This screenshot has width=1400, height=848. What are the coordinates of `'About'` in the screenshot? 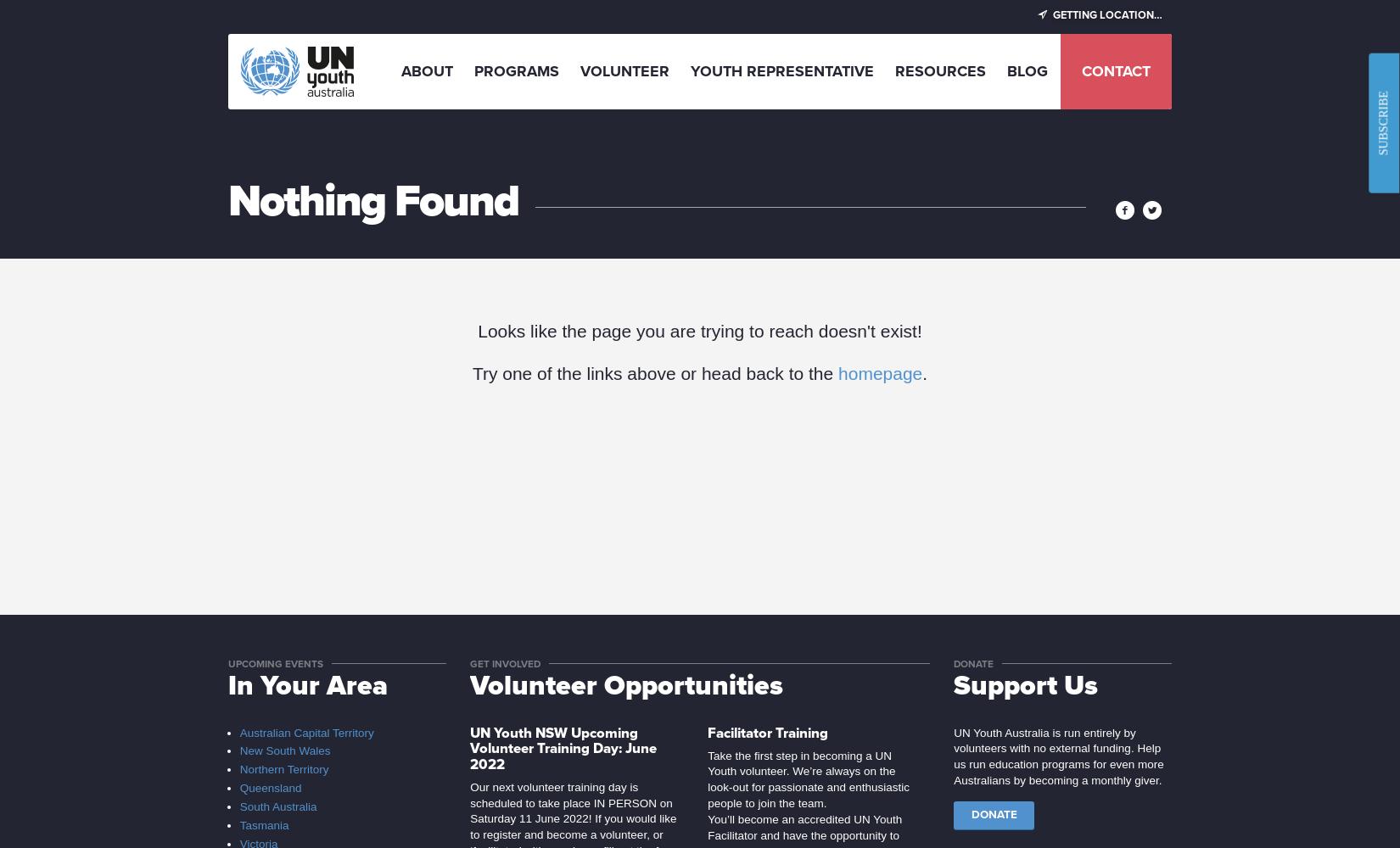 It's located at (400, 70).